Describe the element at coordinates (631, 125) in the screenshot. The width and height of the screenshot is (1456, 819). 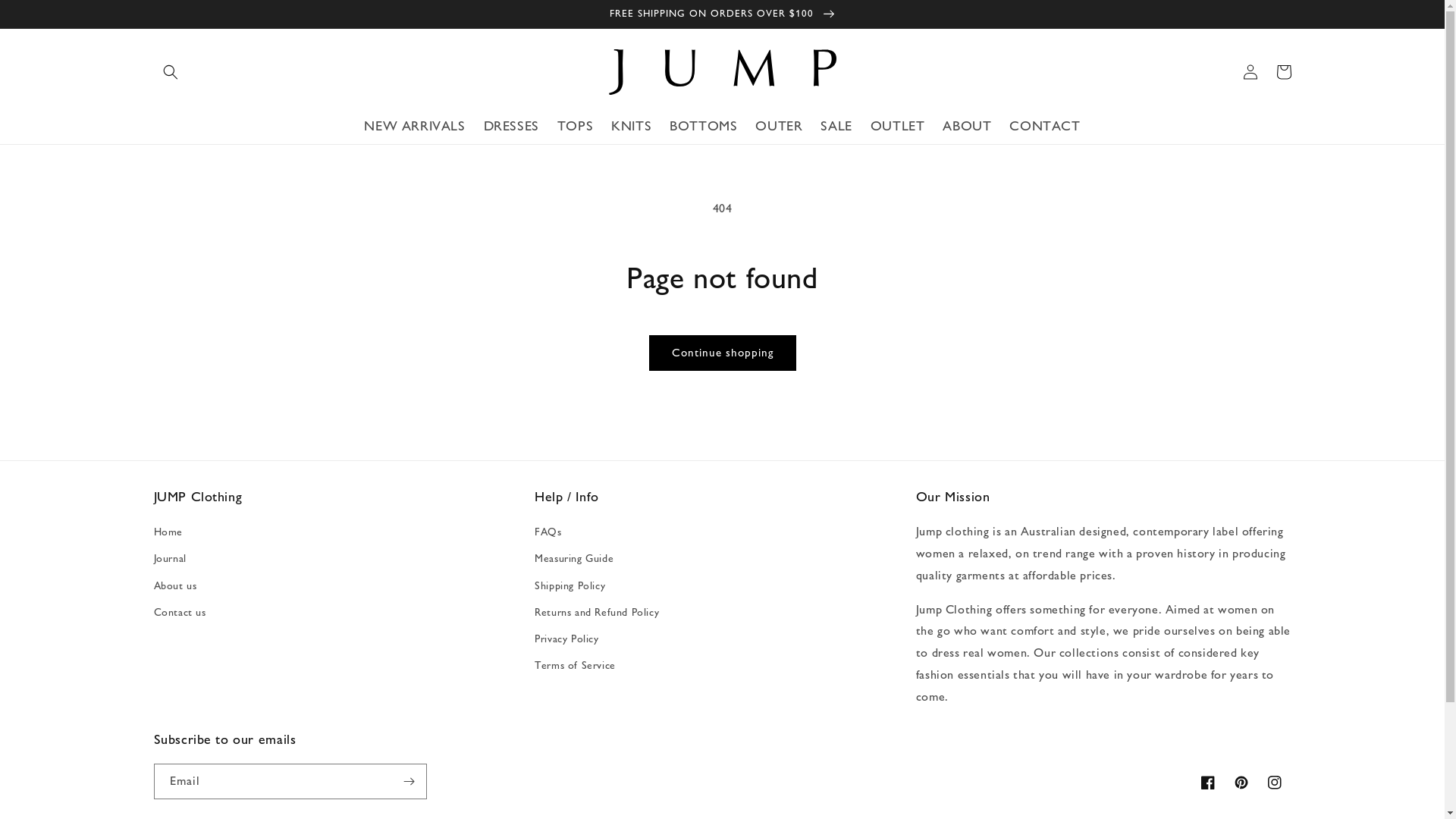
I see `'KNITS'` at that location.